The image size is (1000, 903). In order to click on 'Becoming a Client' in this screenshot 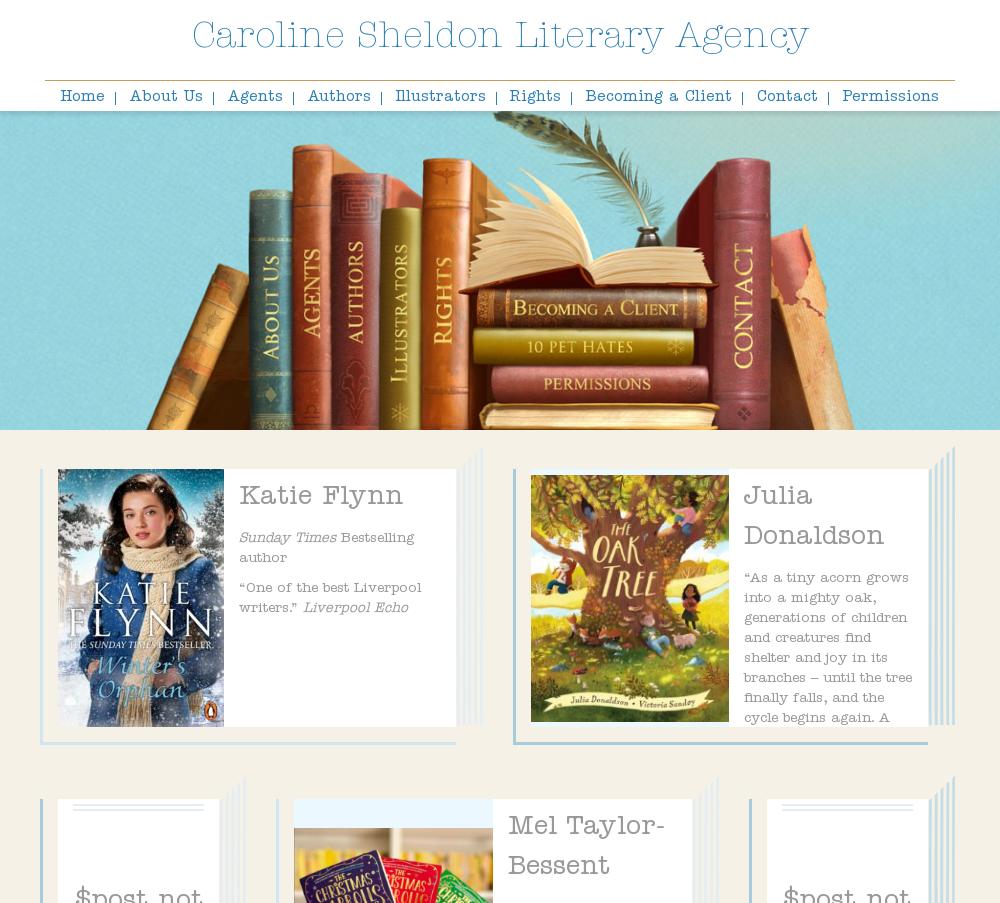, I will do `click(585, 98)`.